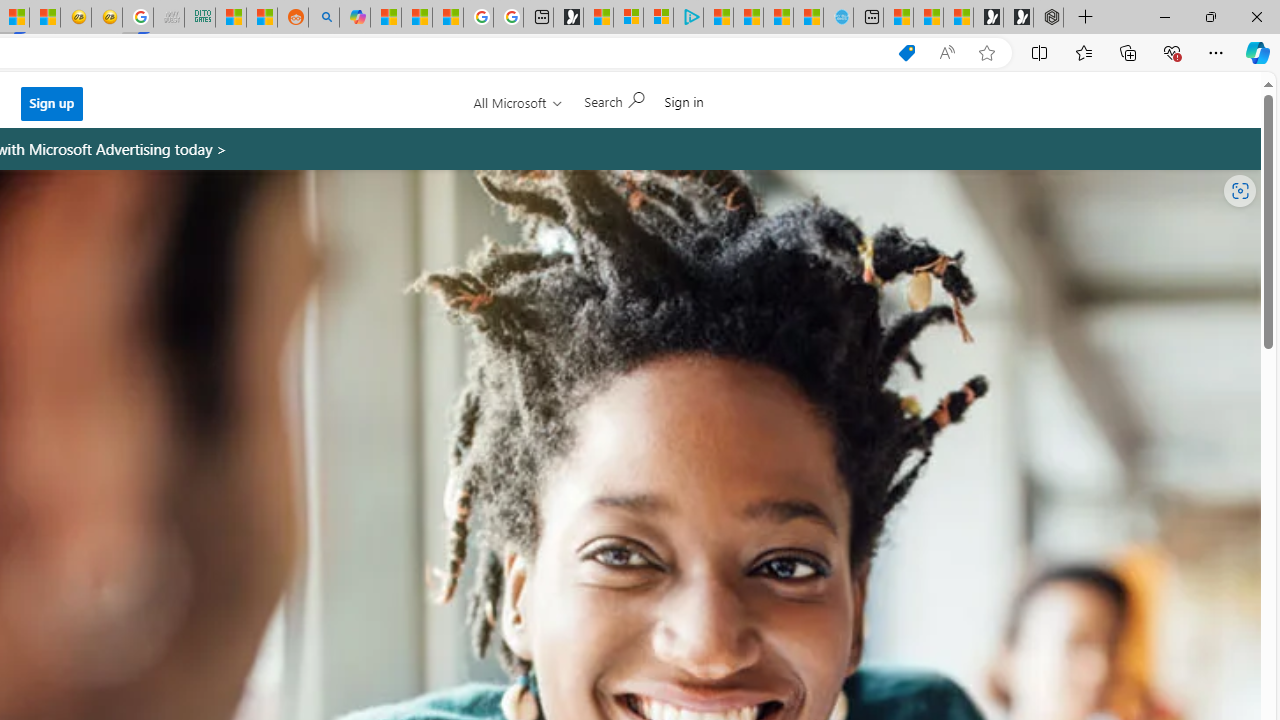 The height and width of the screenshot is (720, 1280). I want to click on 'Sign up', so click(51, 103).